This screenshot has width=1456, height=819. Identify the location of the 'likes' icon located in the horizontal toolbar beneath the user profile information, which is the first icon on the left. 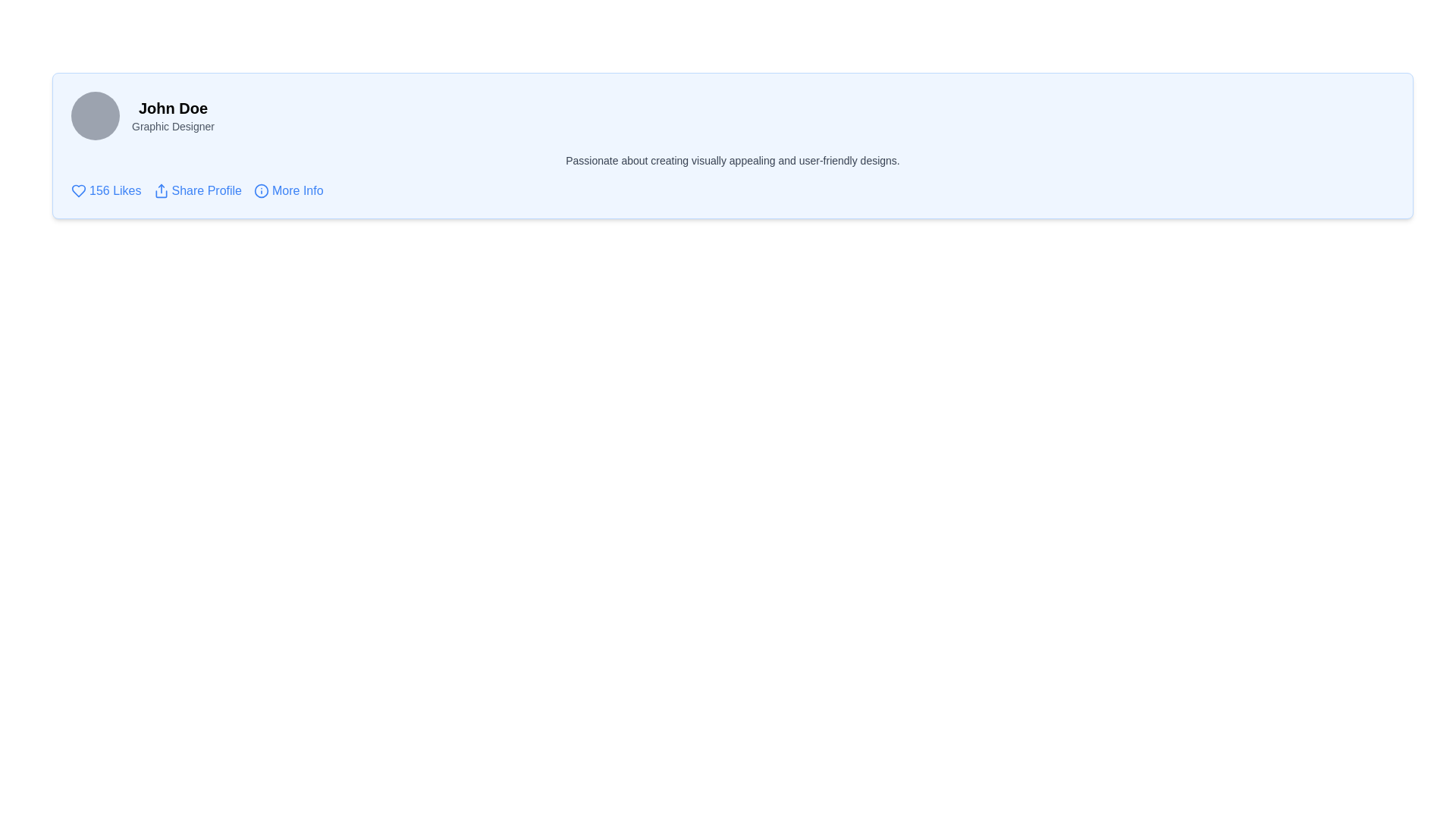
(78, 189).